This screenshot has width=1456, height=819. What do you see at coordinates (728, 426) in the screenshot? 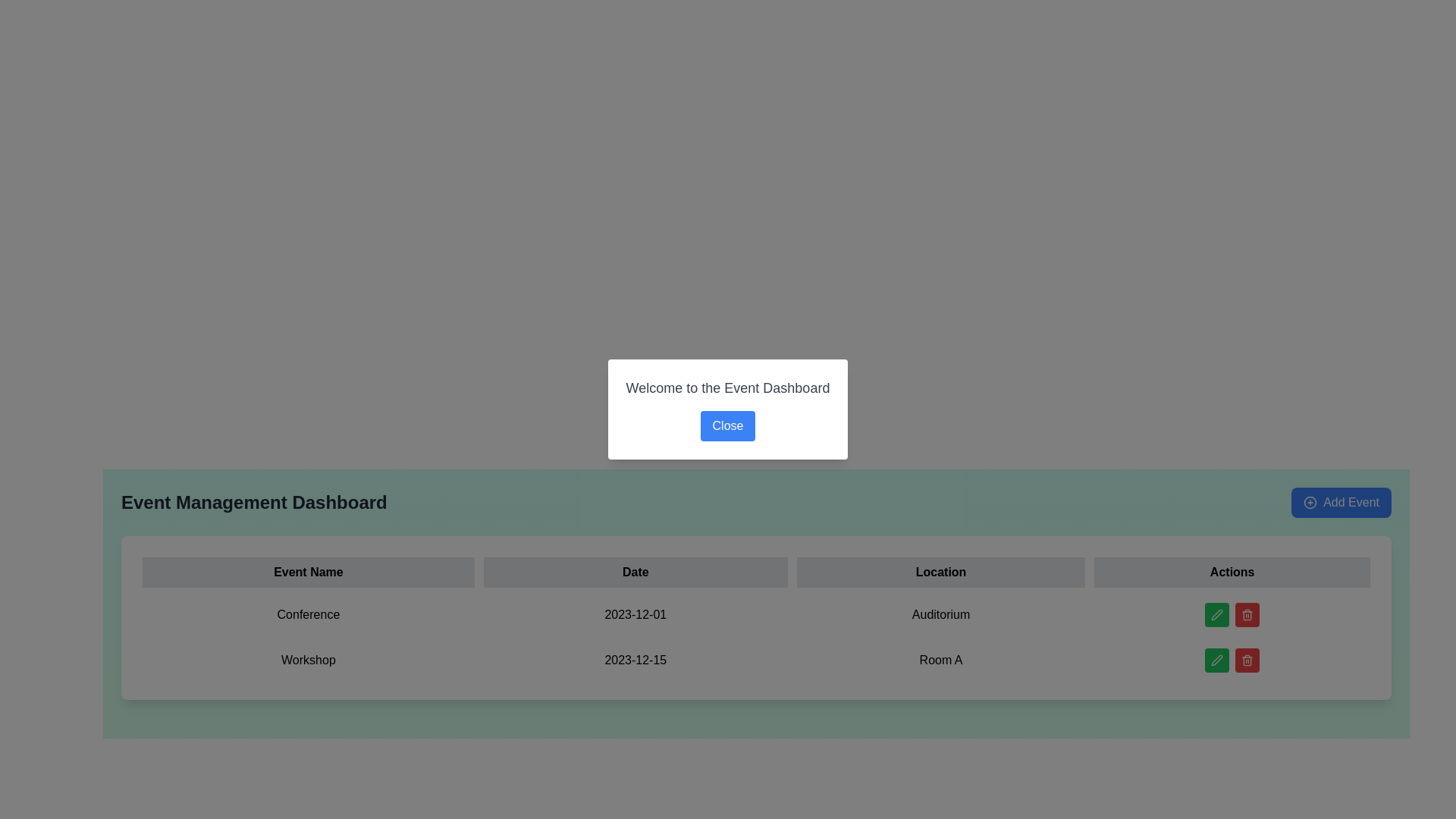
I see `the button located at the bottom of the white modal dialog box` at bounding box center [728, 426].